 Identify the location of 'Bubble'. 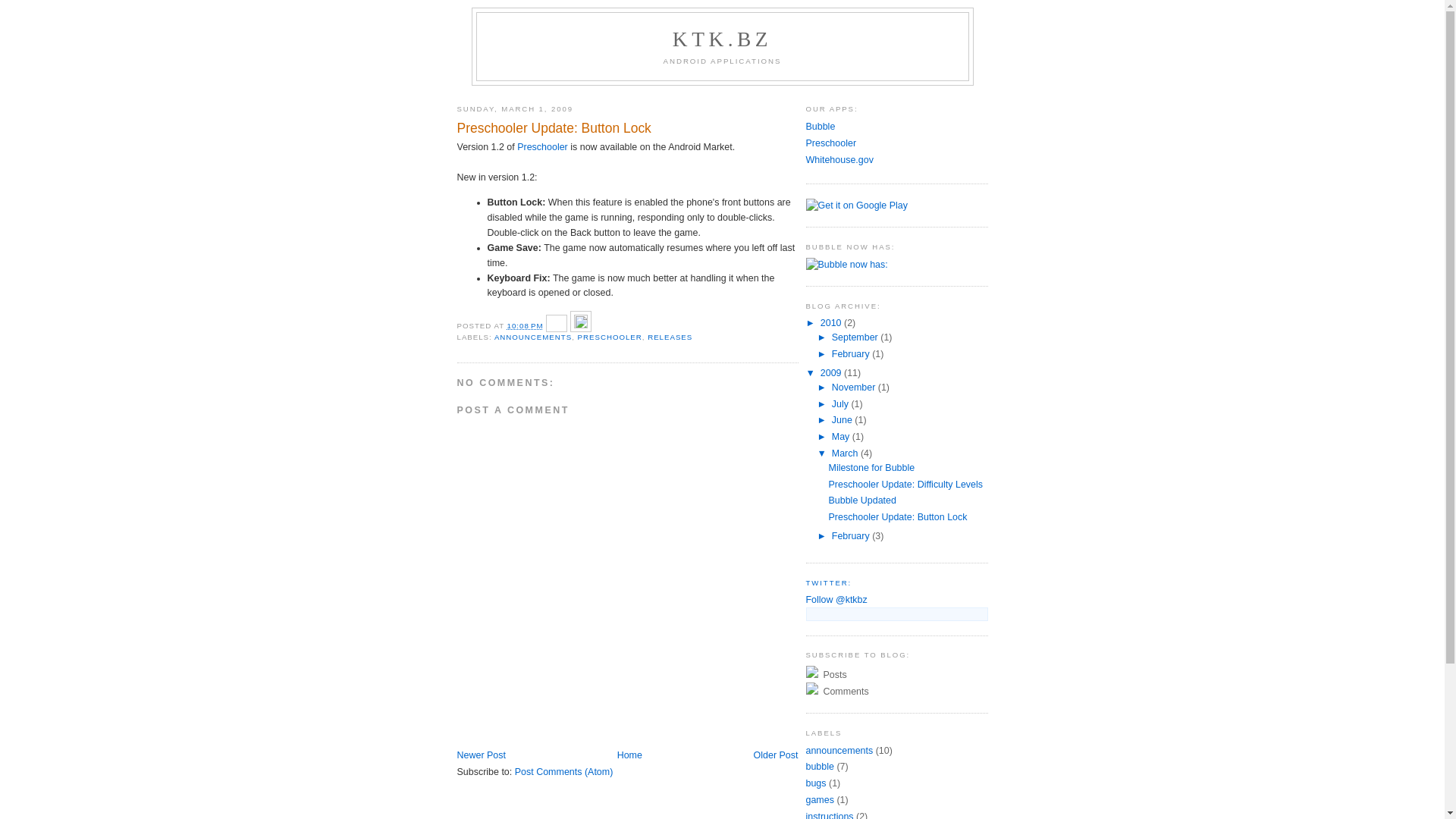
(819, 125).